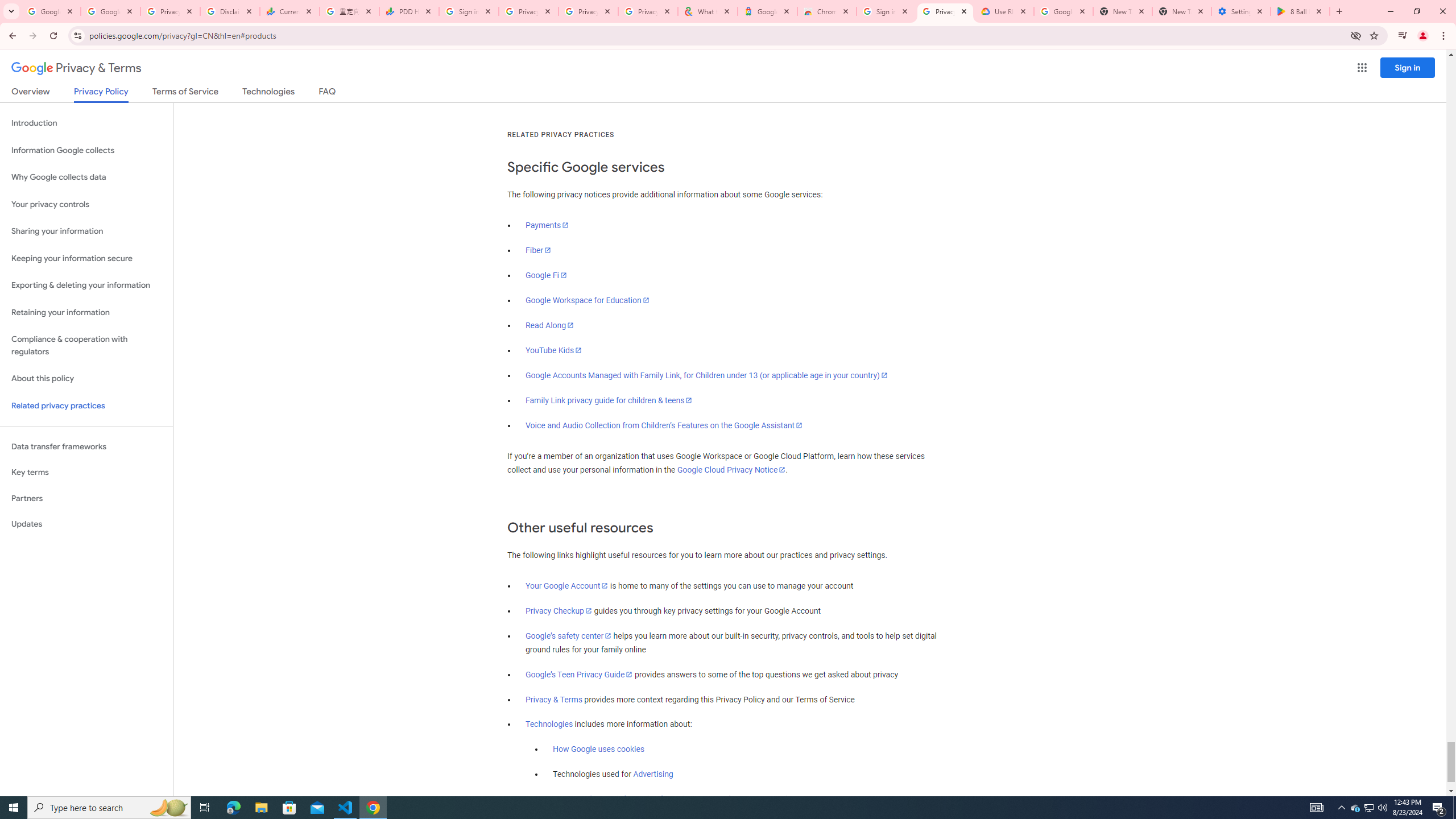  What do you see at coordinates (86, 285) in the screenshot?
I see `'Exporting & deleting your information'` at bounding box center [86, 285].